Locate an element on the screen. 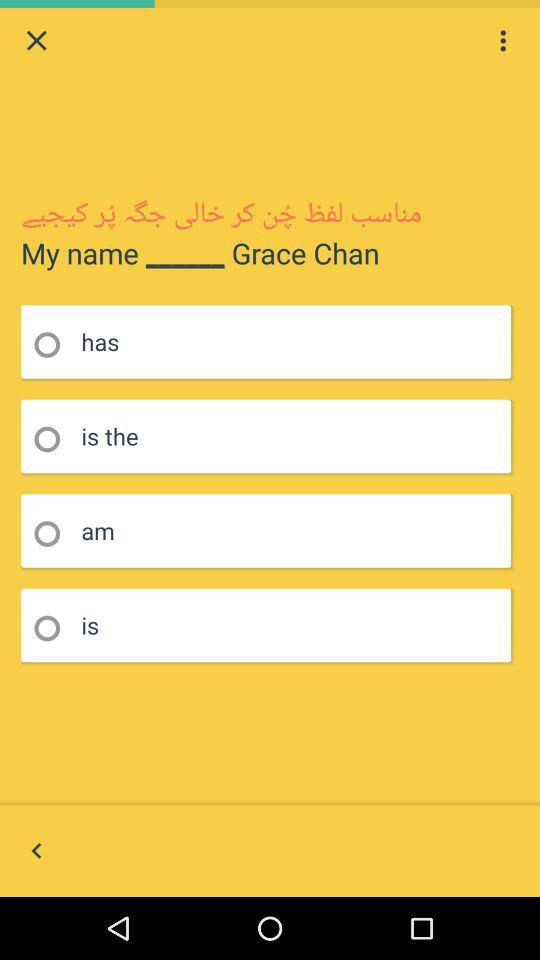 Image resolution: width=540 pixels, height=960 pixels. selection button is located at coordinates (53, 439).